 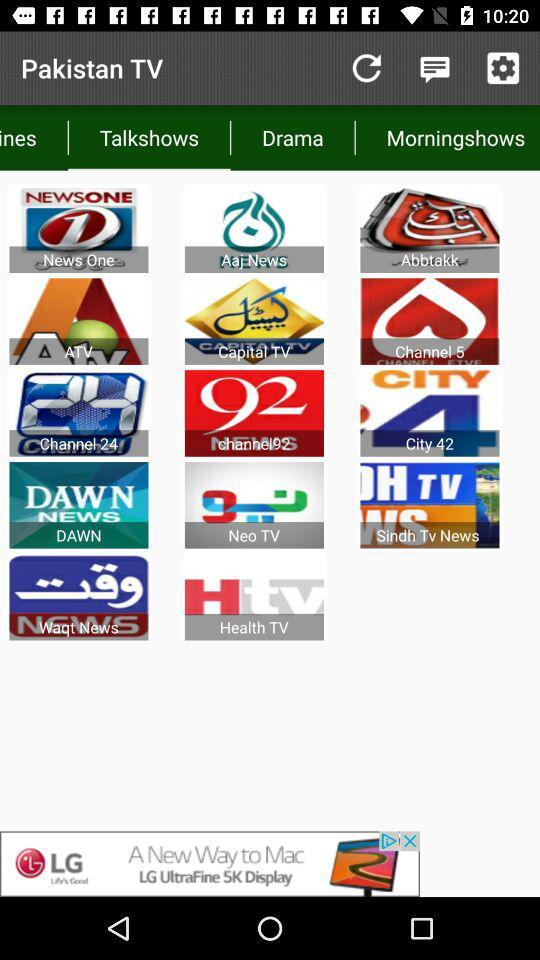 What do you see at coordinates (365, 68) in the screenshot?
I see `refresh page` at bounding box center [365, 68].